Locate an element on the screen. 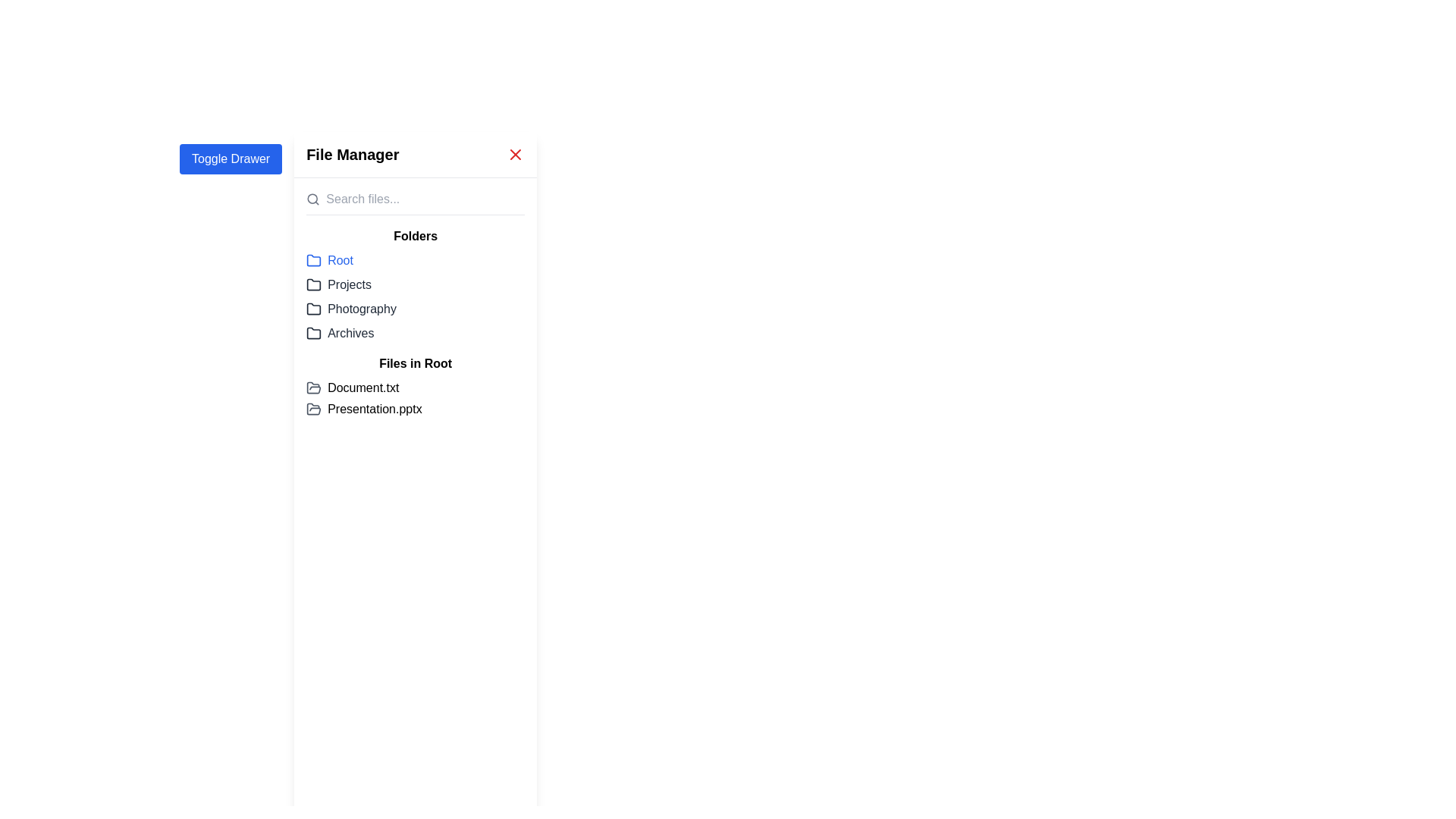 This screenshot has height=819, width=1456. the 'Photography' folder icon in the file manager interface, which is the third item in the list of folder icons is located at coordinates (313, 308).